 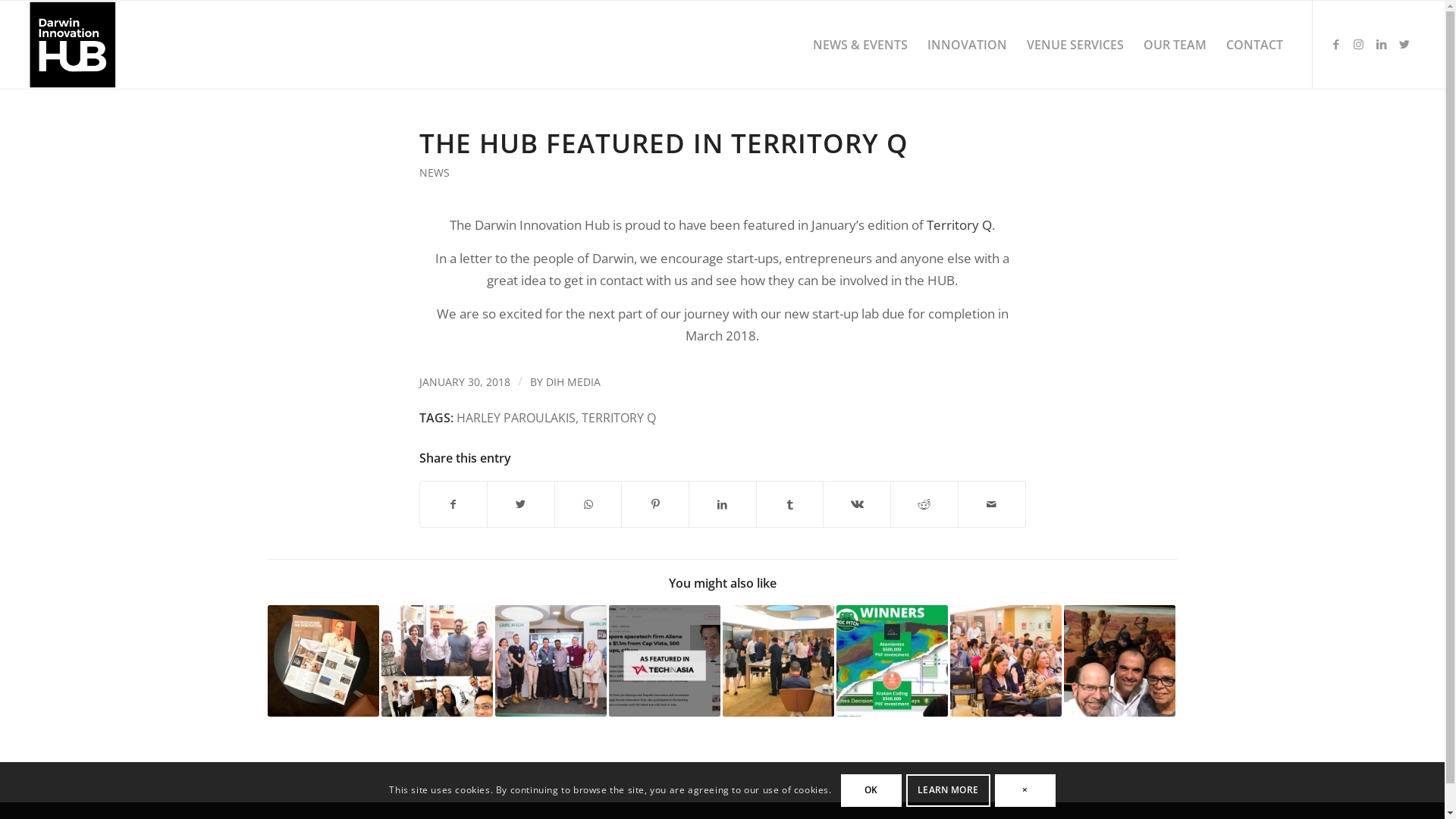 What do you see at coordinates (860, 43) in the screenshot?
I see `'NEWS & EVENTS'` at bounding box center [860, 43].